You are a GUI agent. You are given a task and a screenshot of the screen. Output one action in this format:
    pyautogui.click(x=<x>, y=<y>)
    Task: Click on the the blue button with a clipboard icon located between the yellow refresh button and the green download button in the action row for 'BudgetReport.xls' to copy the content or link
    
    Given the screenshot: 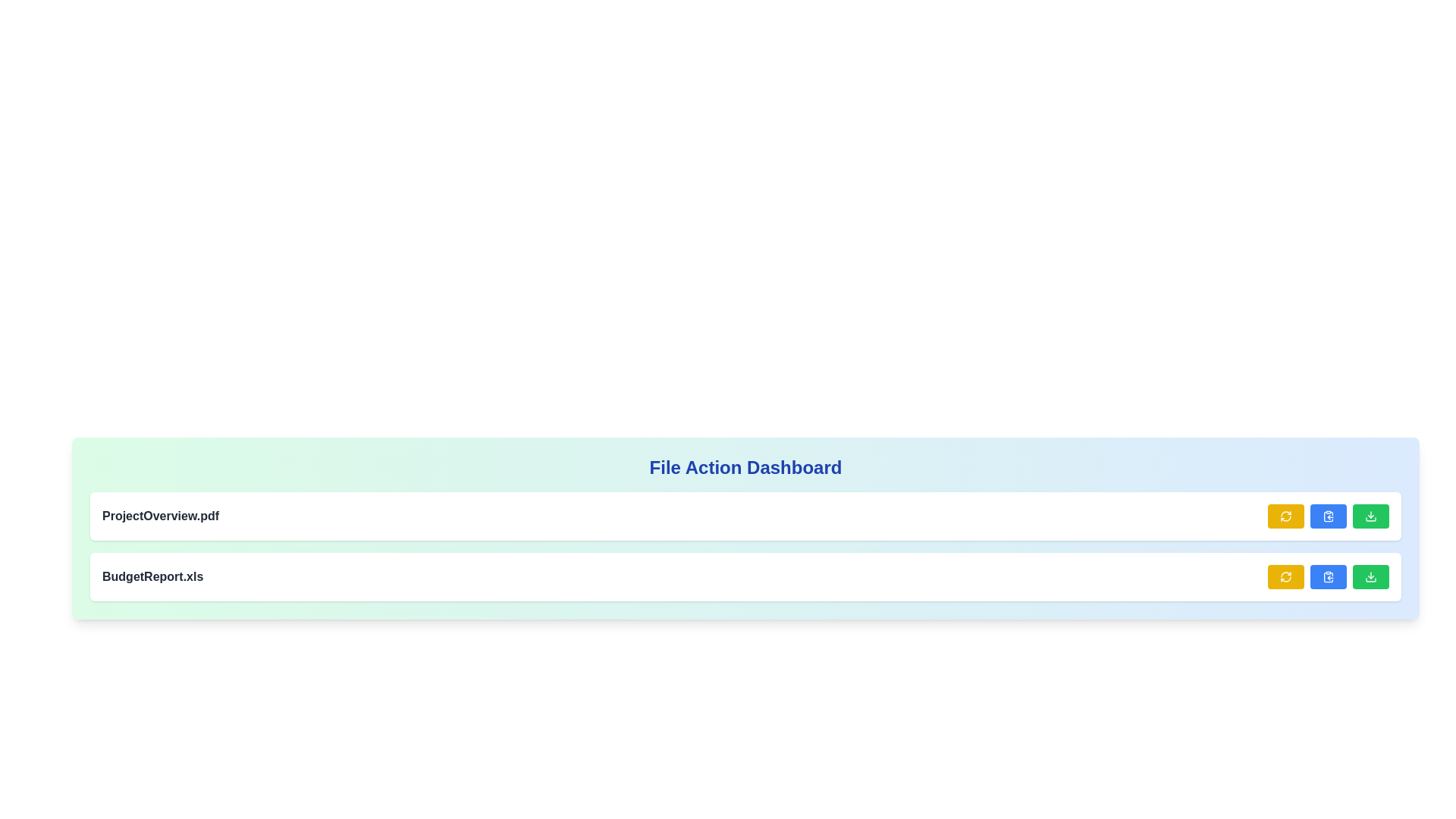 What is the action you would take?
    pyautogui.click(x=1328, y=576)
    